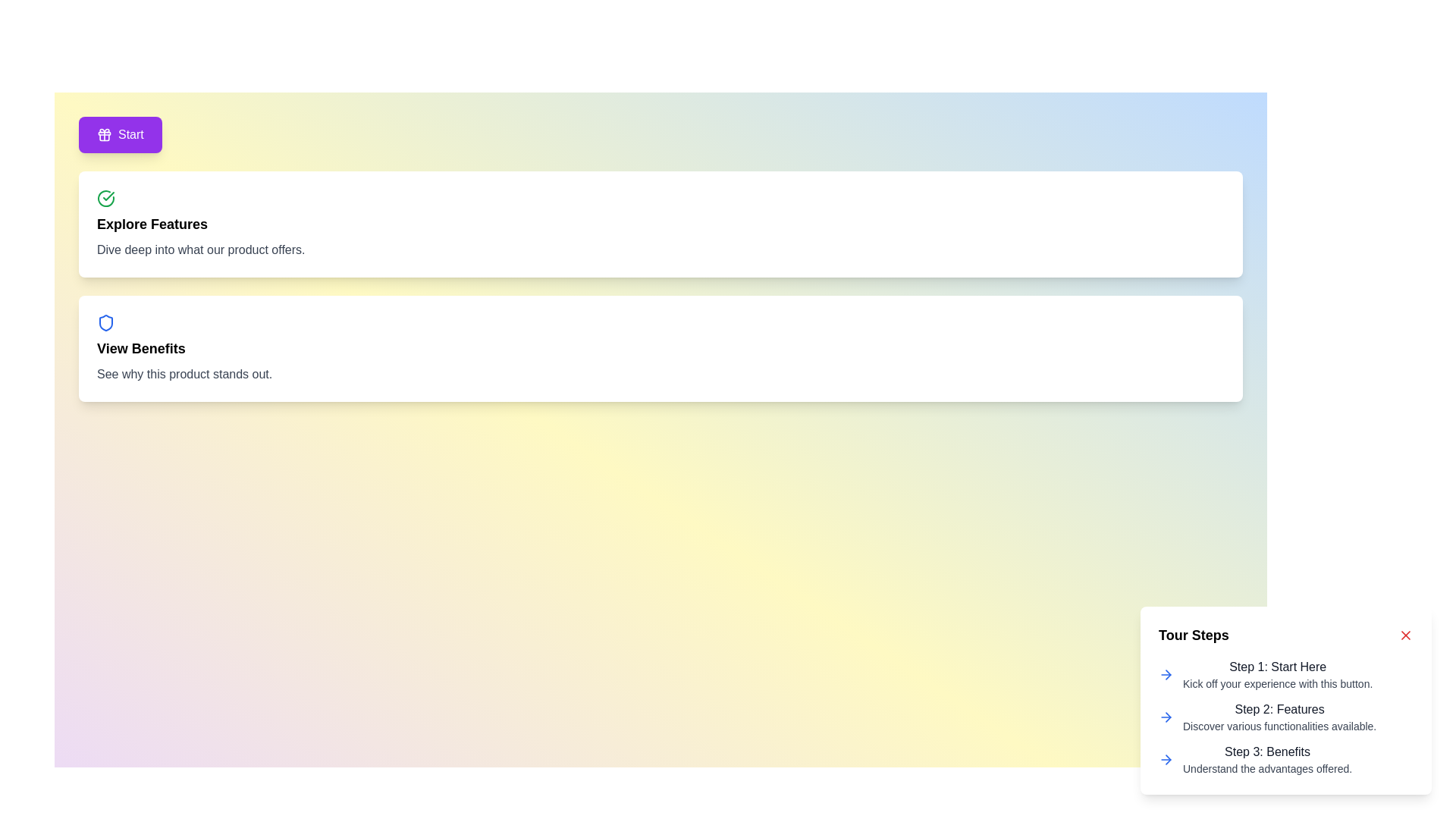  Describe the element at coordinates (130, 133) in the screenshot. I see `text content displayed in the 'Start' label within the purple button, which is located in the top-left area of the interface, adjacent to a gift icon` at that location.